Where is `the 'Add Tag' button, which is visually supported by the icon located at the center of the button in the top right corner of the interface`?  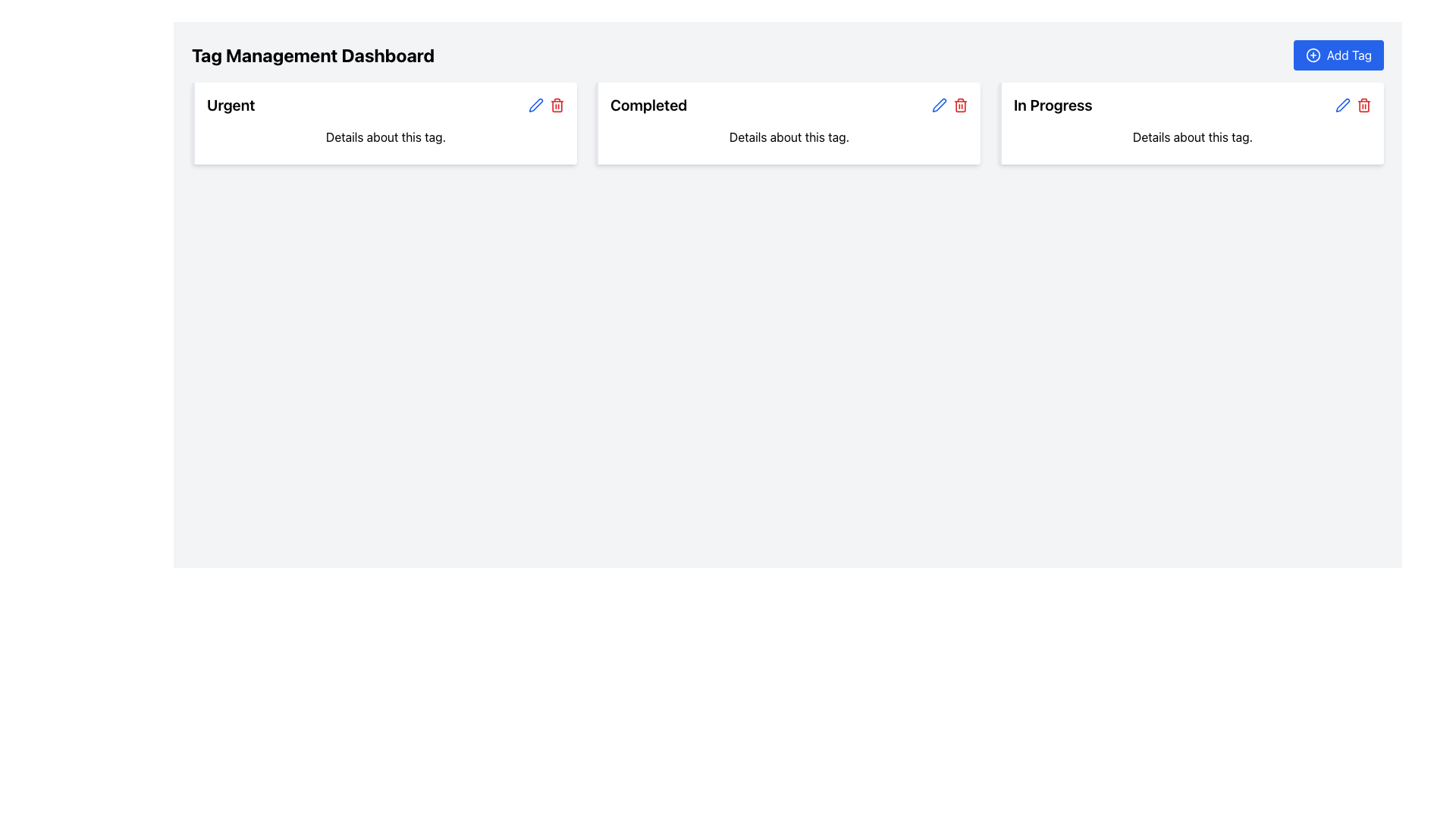
the 'Add Tag' button, which is visually supported by the icon located at the center of the button in the top right corner of the interface is located at coordinates (1312, 55).